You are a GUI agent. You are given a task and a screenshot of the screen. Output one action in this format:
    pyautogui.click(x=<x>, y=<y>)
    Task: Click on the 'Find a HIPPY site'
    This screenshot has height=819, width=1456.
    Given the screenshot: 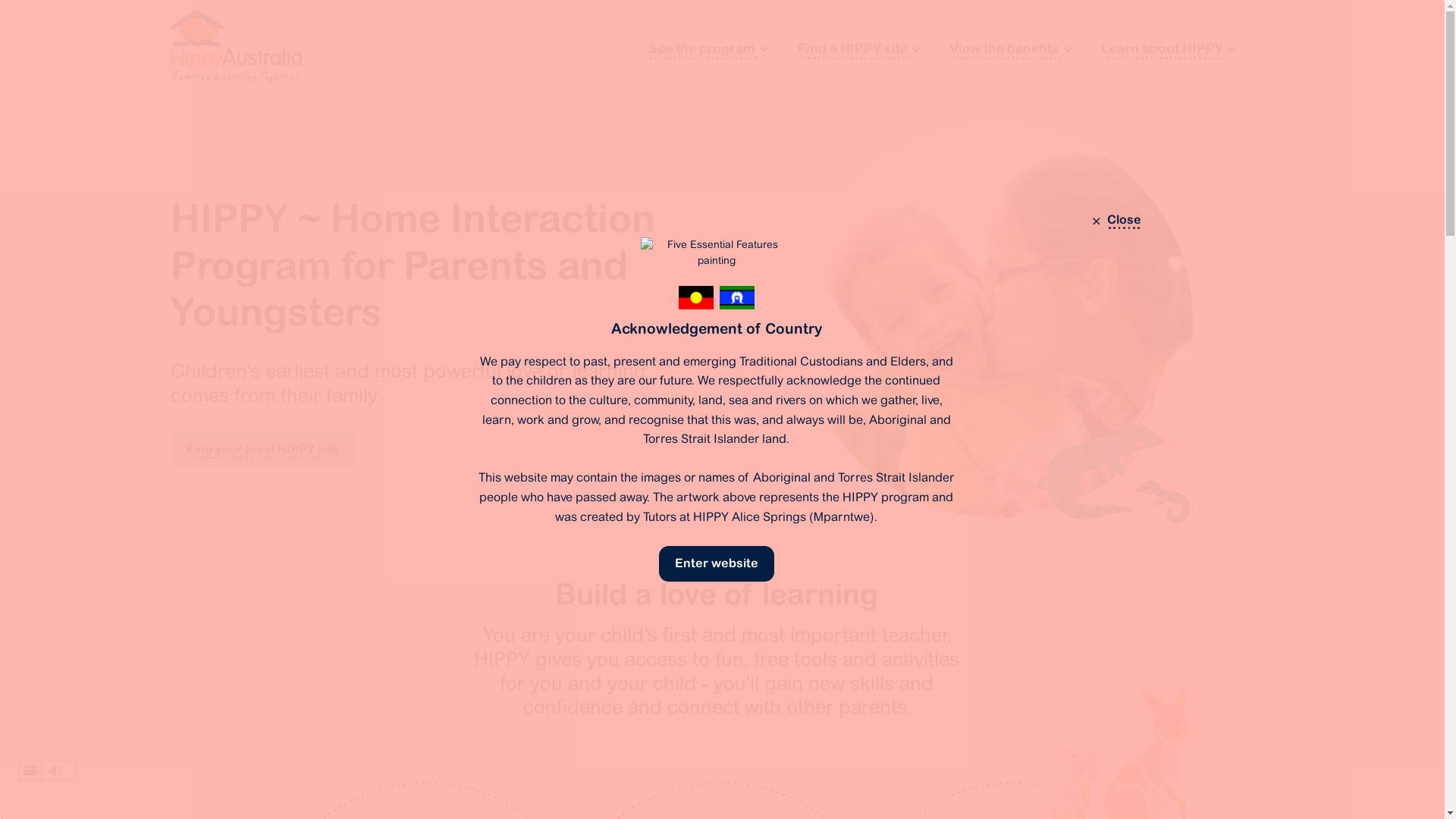 What is the action you would take?
    pyautogui.click(x=858, y=48)
    